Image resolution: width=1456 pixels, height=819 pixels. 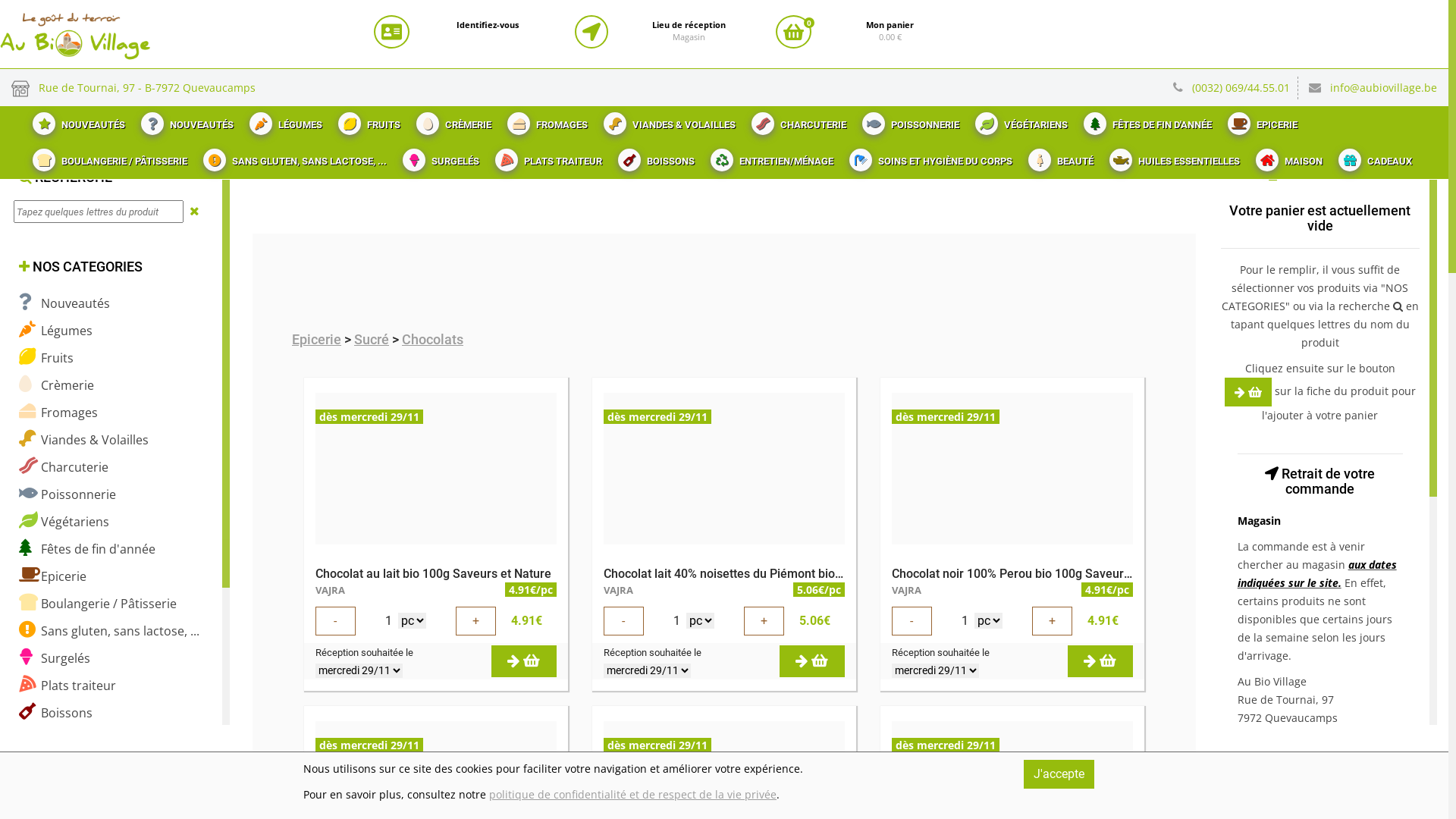 I want to click on 'info@aubiovillage.be', so click(x=1383, y=87).